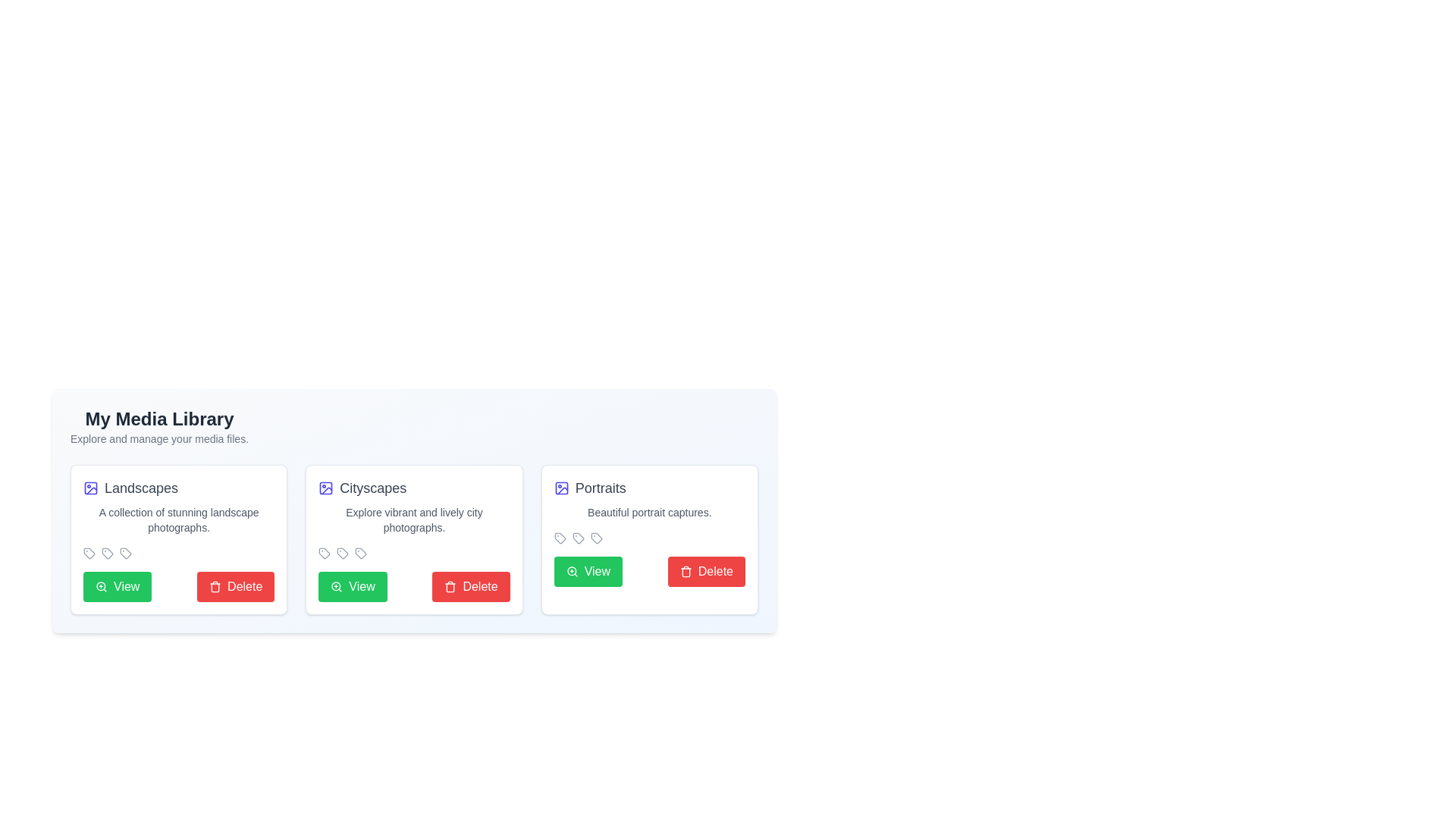 The height and width of the screenshot is (819, 1456). I want to click on the red 'Delete' button with rounded corners and white text, which features a trash bin icon to visualize hover effects, so click(235, 586).